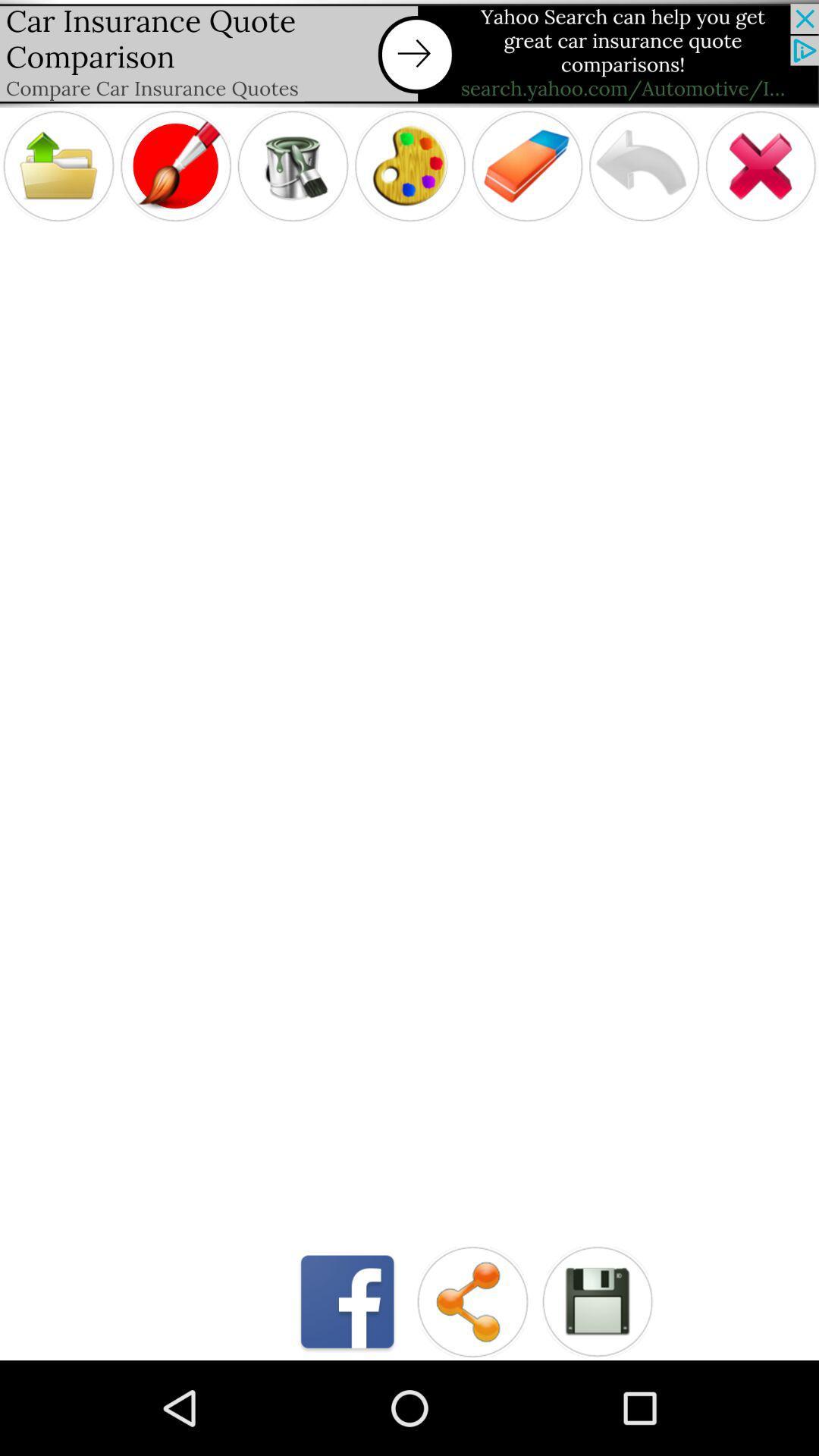 Image resolution: width=819 pixels, height=1456 pixels. I want to click on share to facebook, so click(347, 1301).